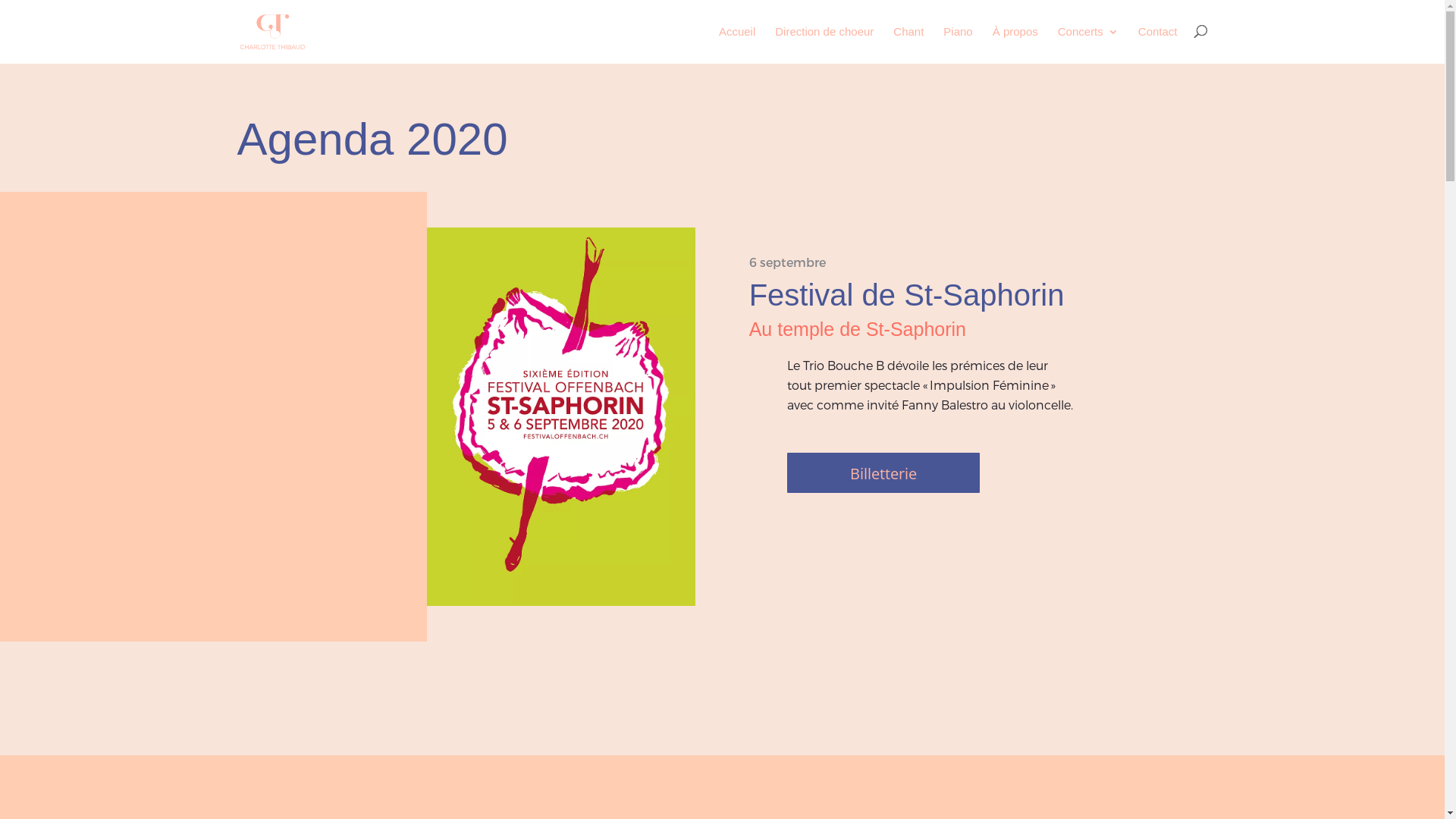 The height and width of the screenshot is (819, 1456). Describe the element at coordinates (883, 472) in the screenshot. I see `'Billetterie'` at that location.